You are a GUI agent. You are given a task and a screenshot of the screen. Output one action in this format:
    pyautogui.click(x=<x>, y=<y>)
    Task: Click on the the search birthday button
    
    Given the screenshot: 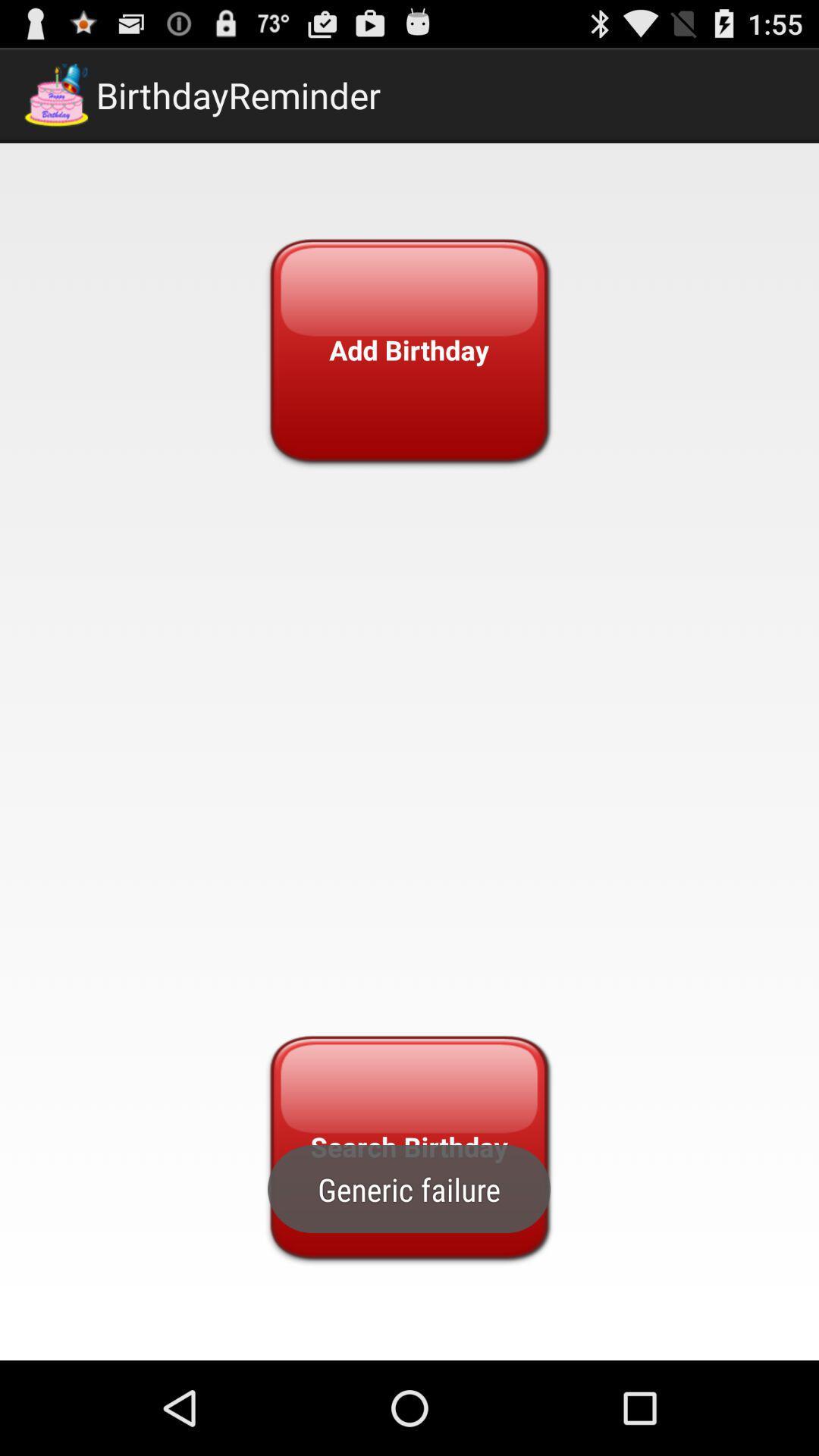 What is the action you would take?
    pyautogui.click(x=408, y=1147)
    